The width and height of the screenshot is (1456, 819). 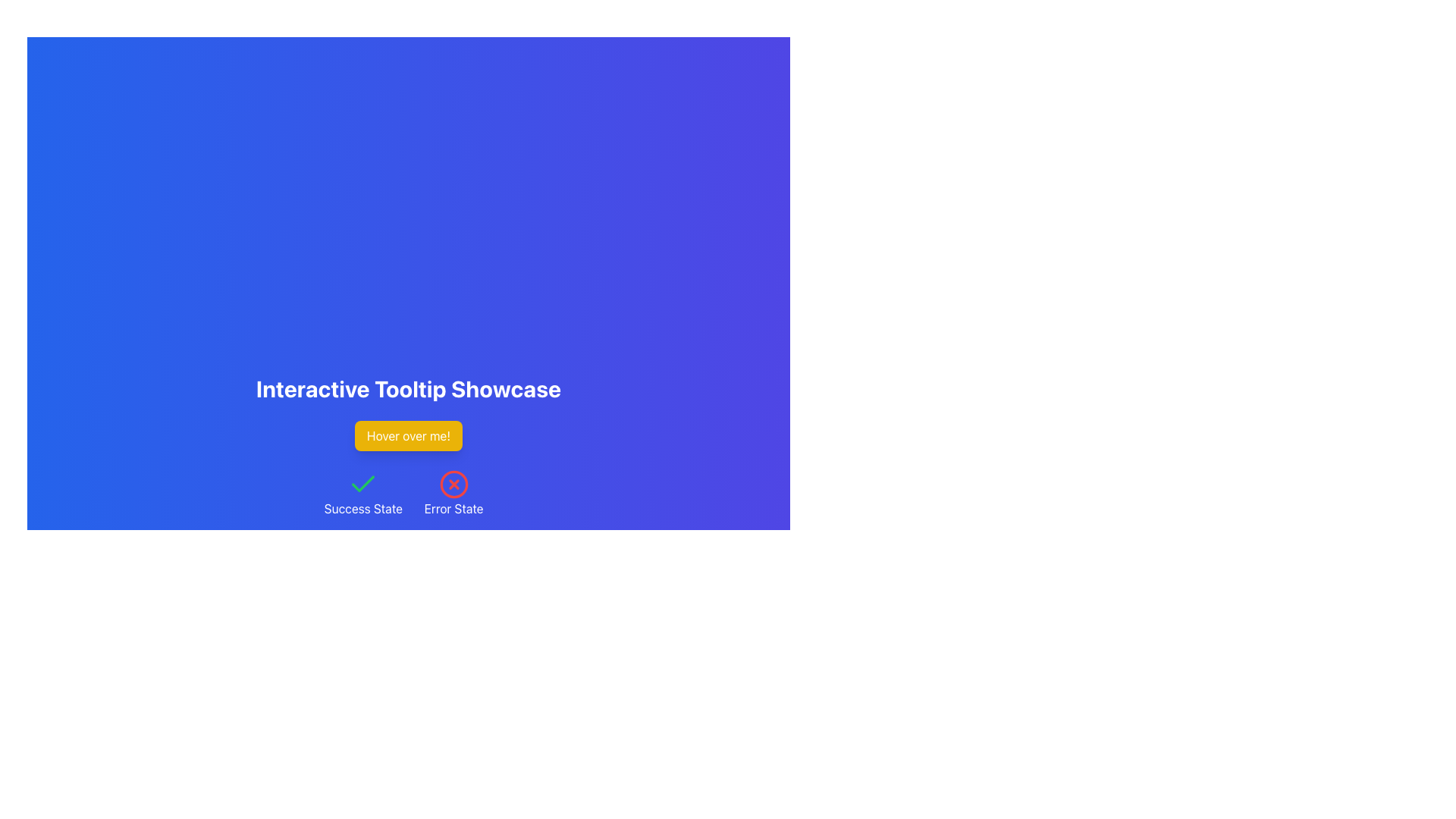 What do you see at coordinates (408, 435) in the screenshot?
I see `the interactive button located centrally in the layout, positioned between the title 'Interactive Tooltip Showcase' and the state indicators 'Success State' and 'Error State', to trigger a tooltip or visual change` at bounding box center [408, 435].